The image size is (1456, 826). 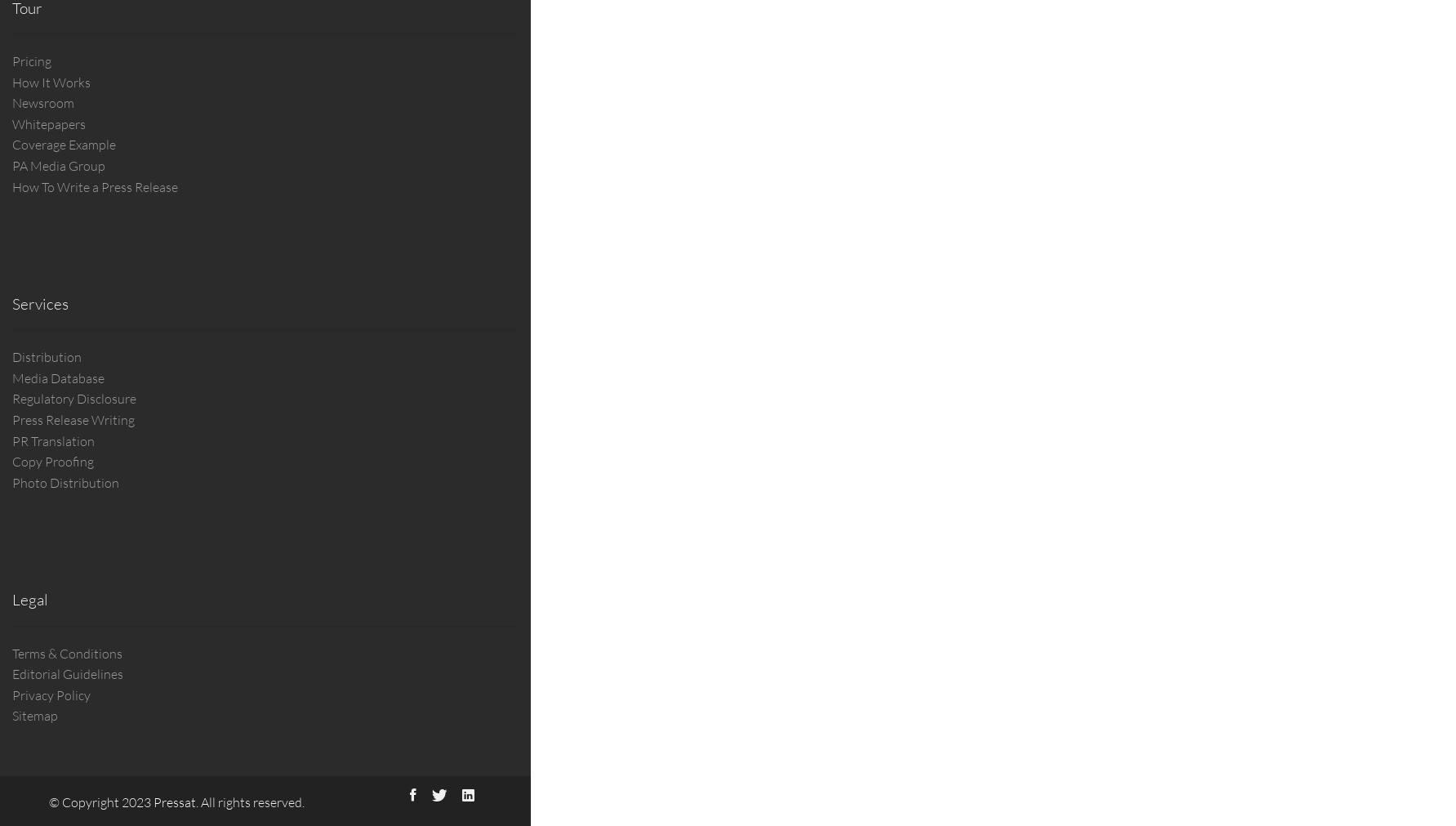 What do you see at coordinates (11, 145) in the screenshot?
I see `'Coverage Example'` at bounding box center [11, 145].